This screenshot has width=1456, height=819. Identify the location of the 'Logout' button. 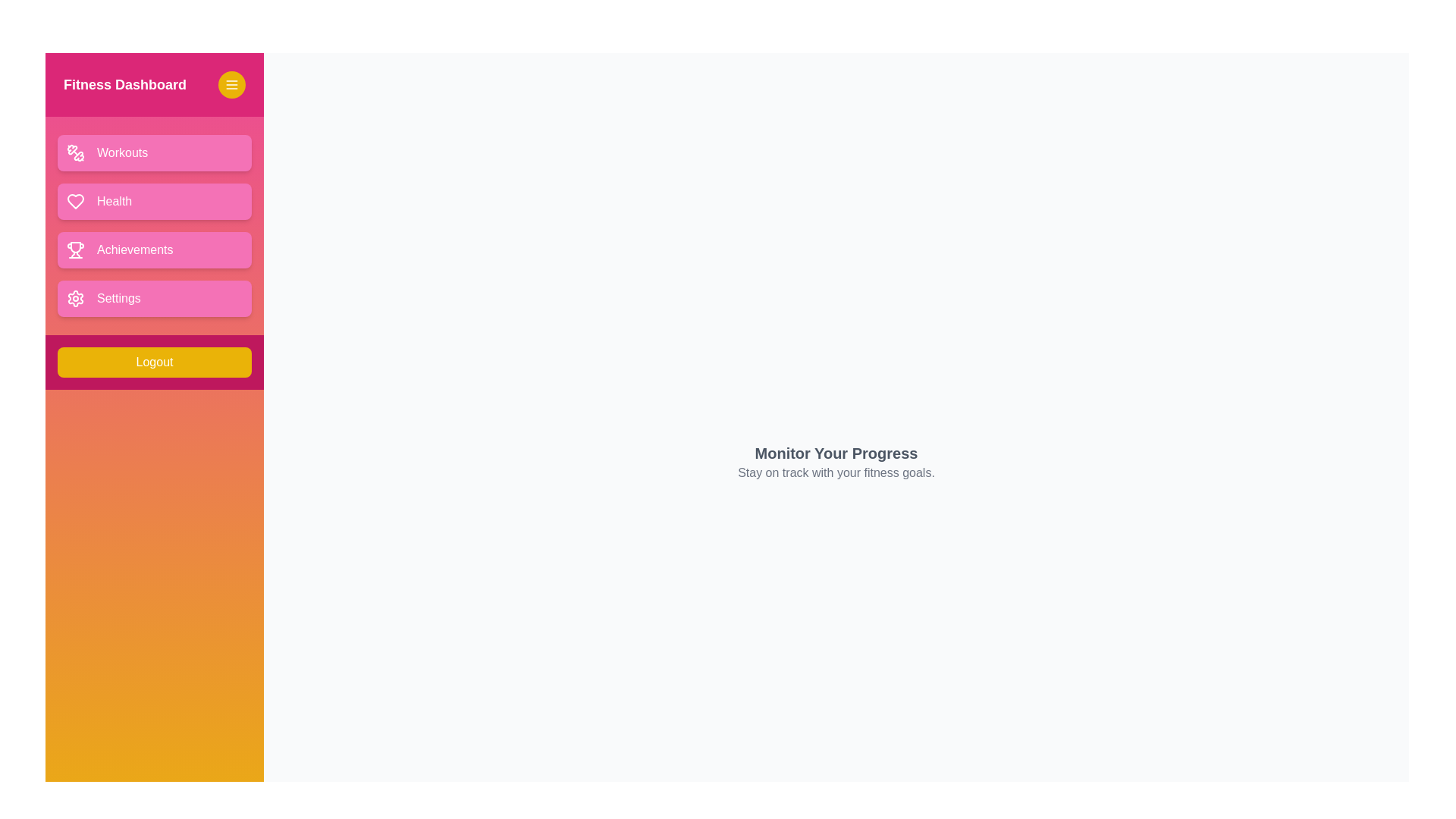
(154, 362).